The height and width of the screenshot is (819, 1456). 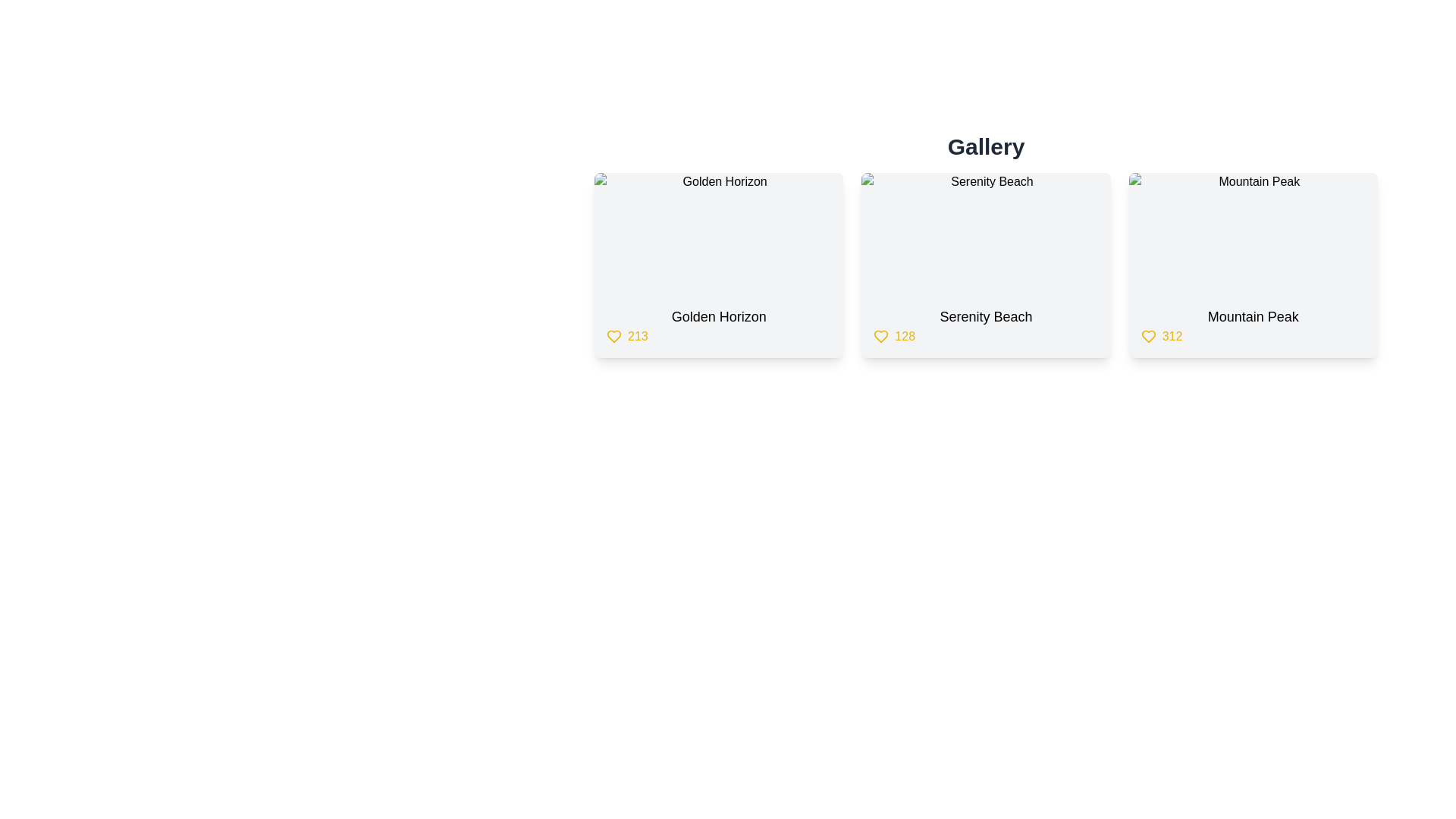 I want to click on the image at the top center of the 'Serenity Beach' card, so click(x=986, y=234).